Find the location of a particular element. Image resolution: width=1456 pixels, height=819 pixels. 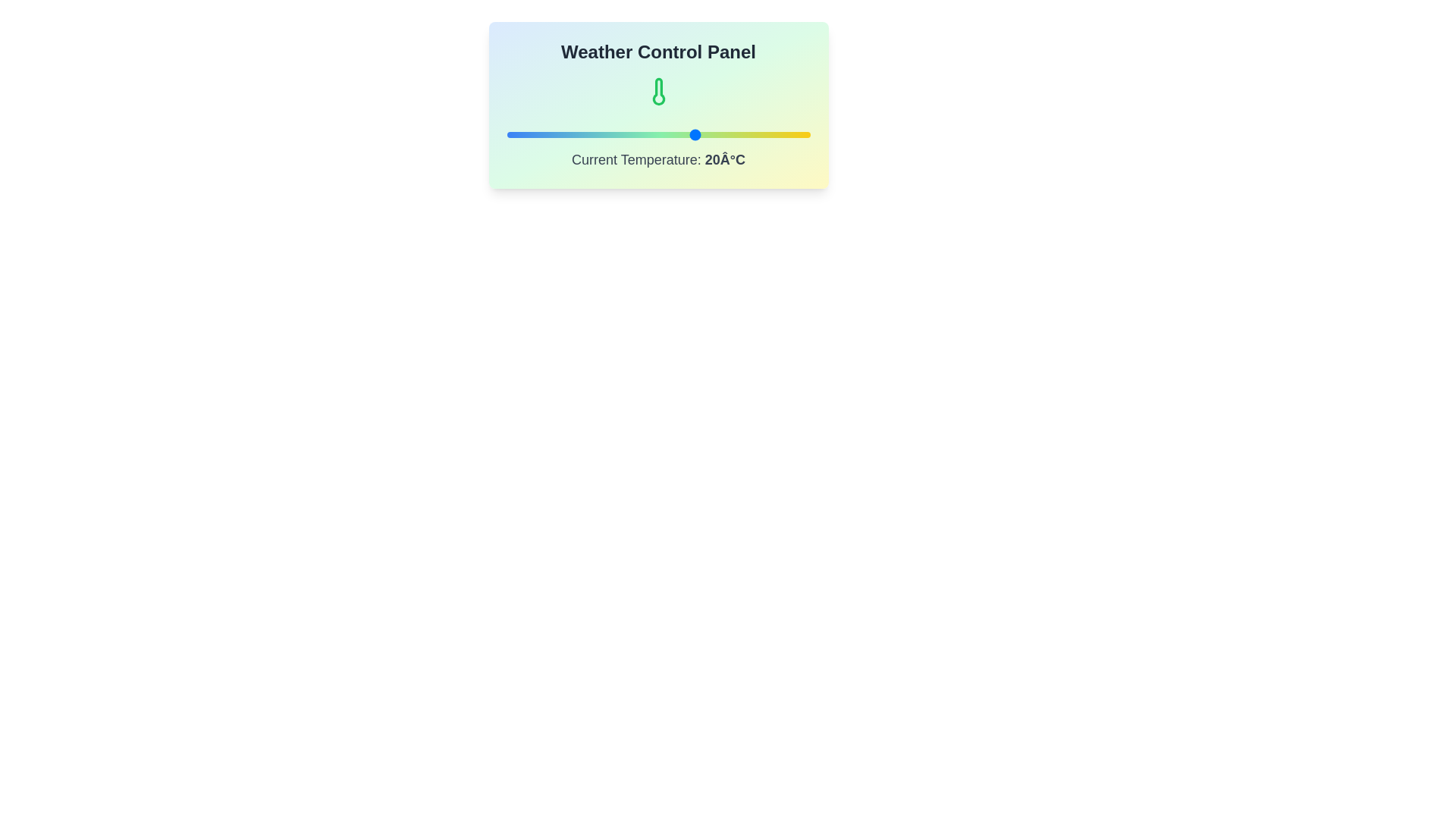

the temperature to 35°C using the slider is located at coordinates (753, 133).